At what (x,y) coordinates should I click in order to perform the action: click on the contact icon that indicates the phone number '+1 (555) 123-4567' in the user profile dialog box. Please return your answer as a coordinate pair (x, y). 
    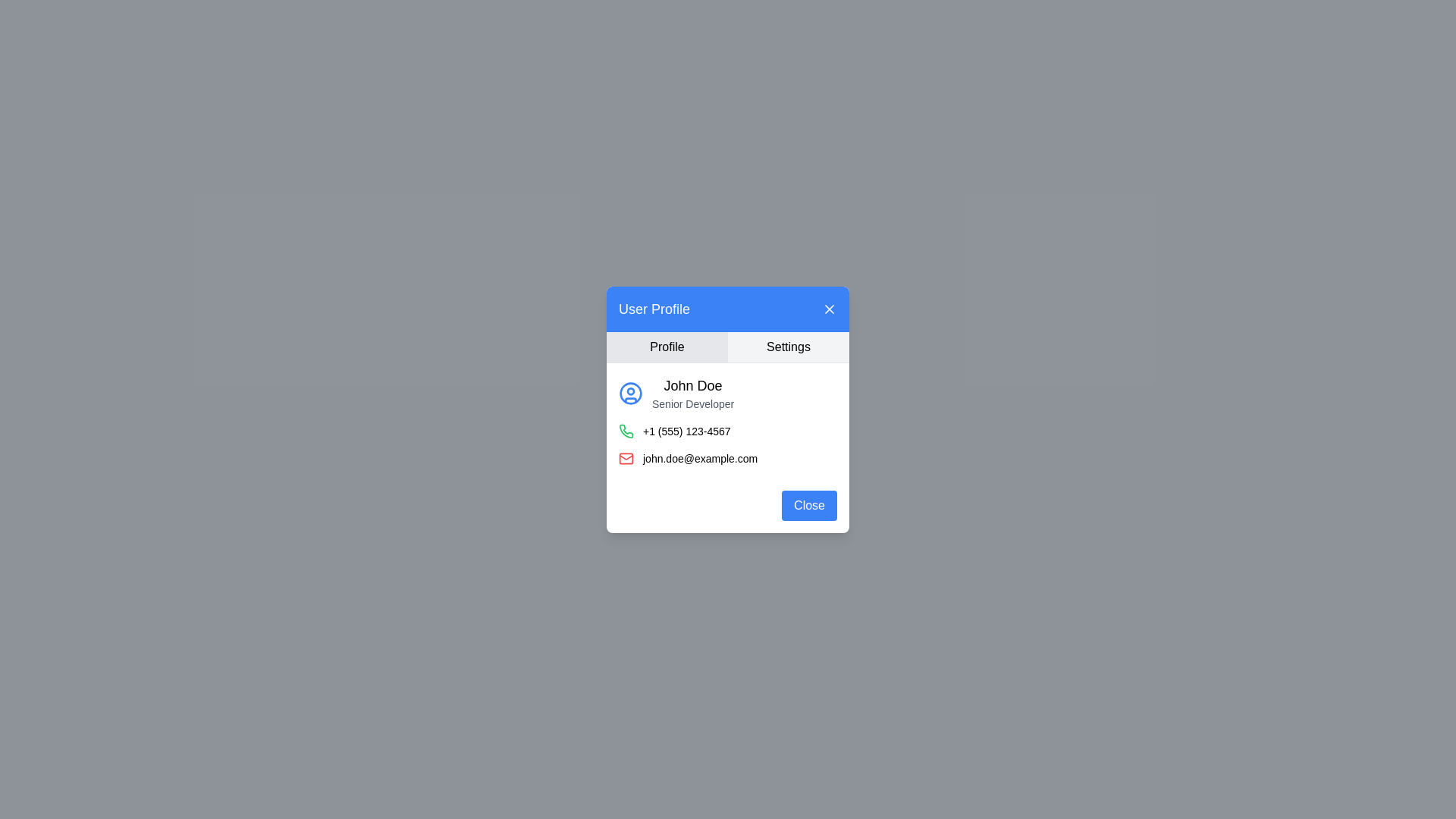
    Looking at the image, I should click on (626, 430).